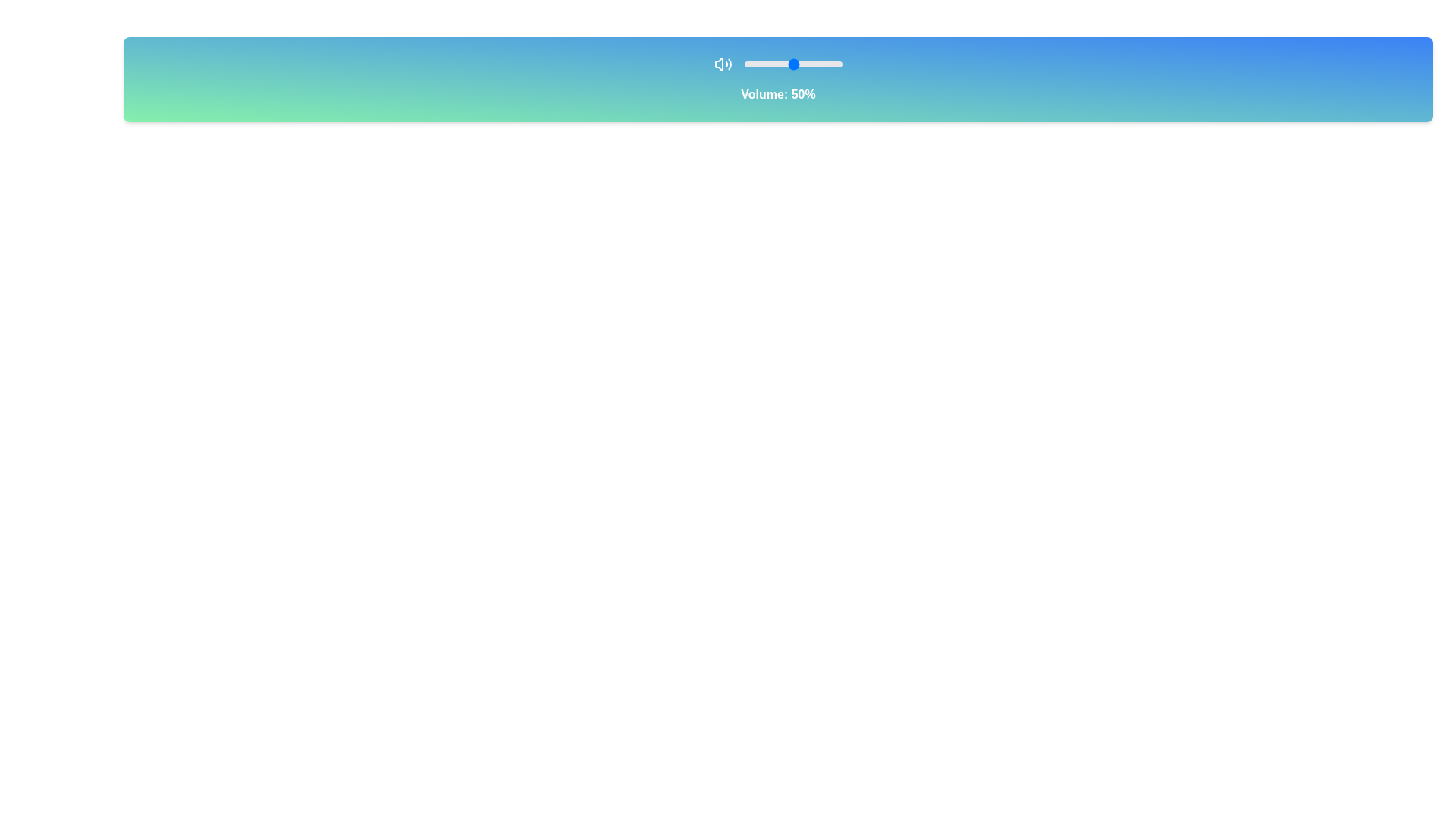 The image size is (1456, 819). What do you see at coordinates (723, 63) in the screenshot?
I see `the volume control icon located on the far left of the top bar` at bounding box center [723, 63].